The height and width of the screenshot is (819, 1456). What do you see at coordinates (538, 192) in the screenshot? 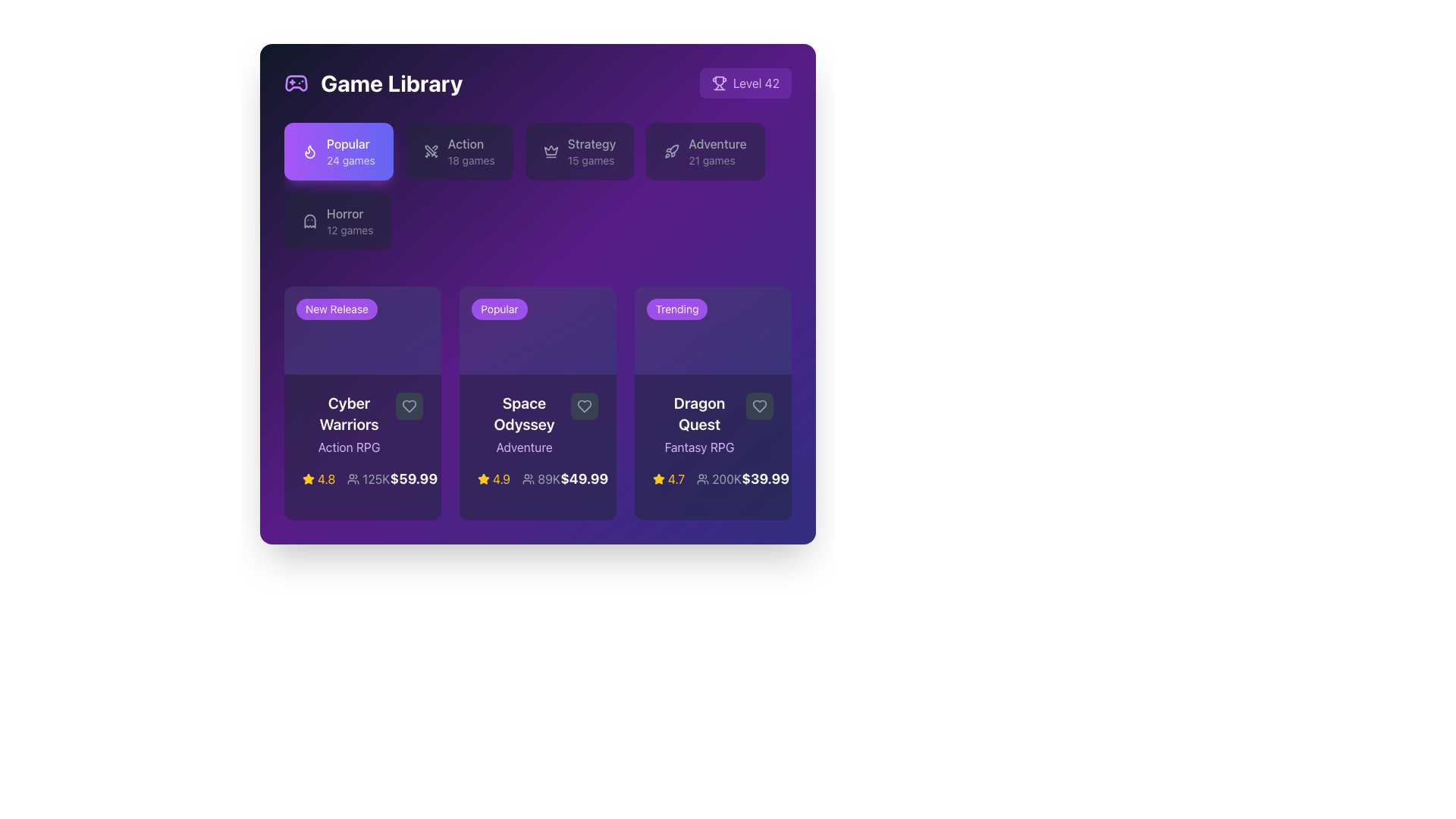
I see `the Horizontal Navigation Bar located below the 'Game Library' title and above the game items` at bounding box center [538, 192].